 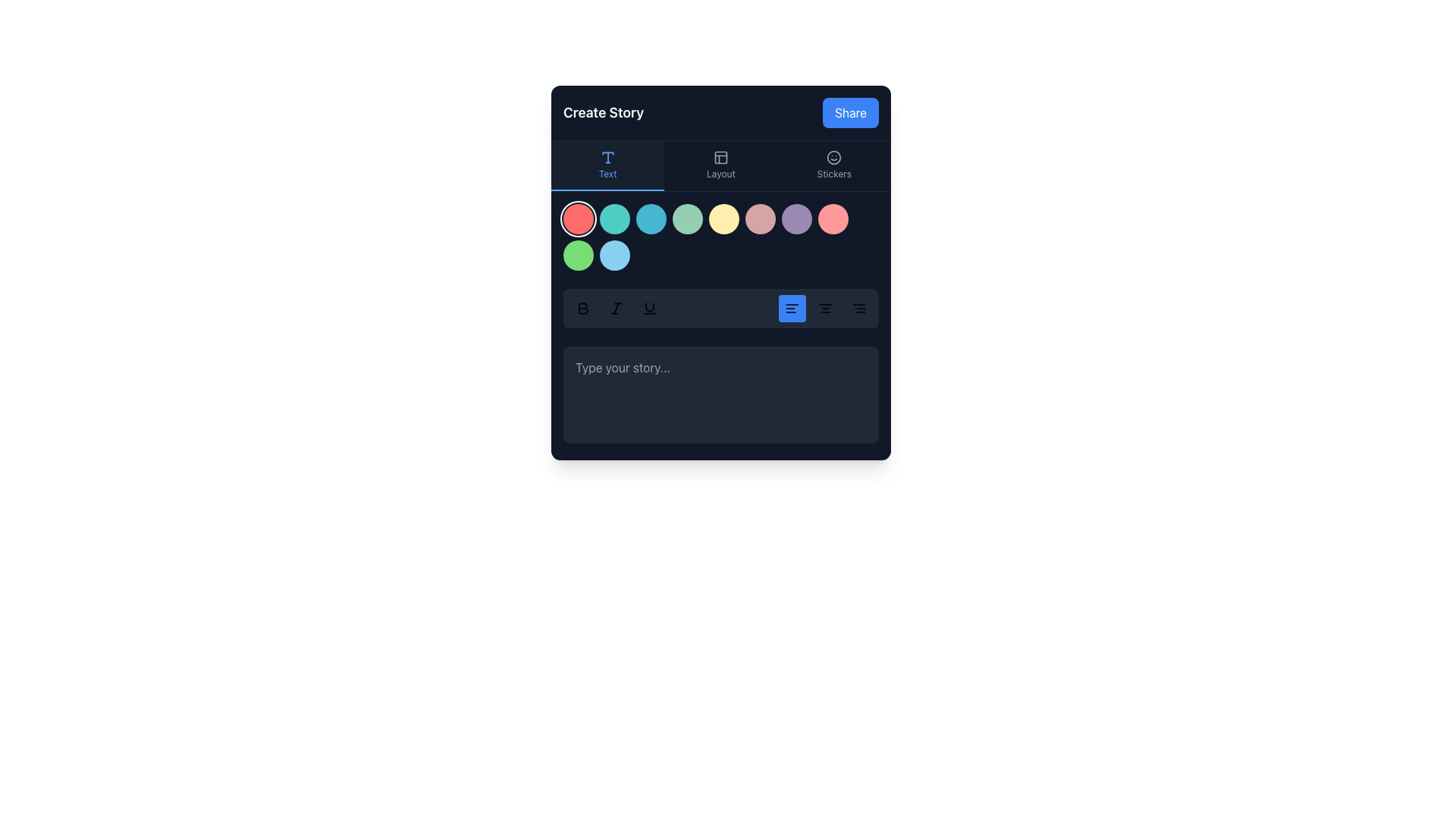 What do you see at coordinates (720, 166) in the screenshot?
I see `the layout option button located between the 'Text' and 'Stickers' options in the 'Create Story' section` at bounding box center [720, 166].